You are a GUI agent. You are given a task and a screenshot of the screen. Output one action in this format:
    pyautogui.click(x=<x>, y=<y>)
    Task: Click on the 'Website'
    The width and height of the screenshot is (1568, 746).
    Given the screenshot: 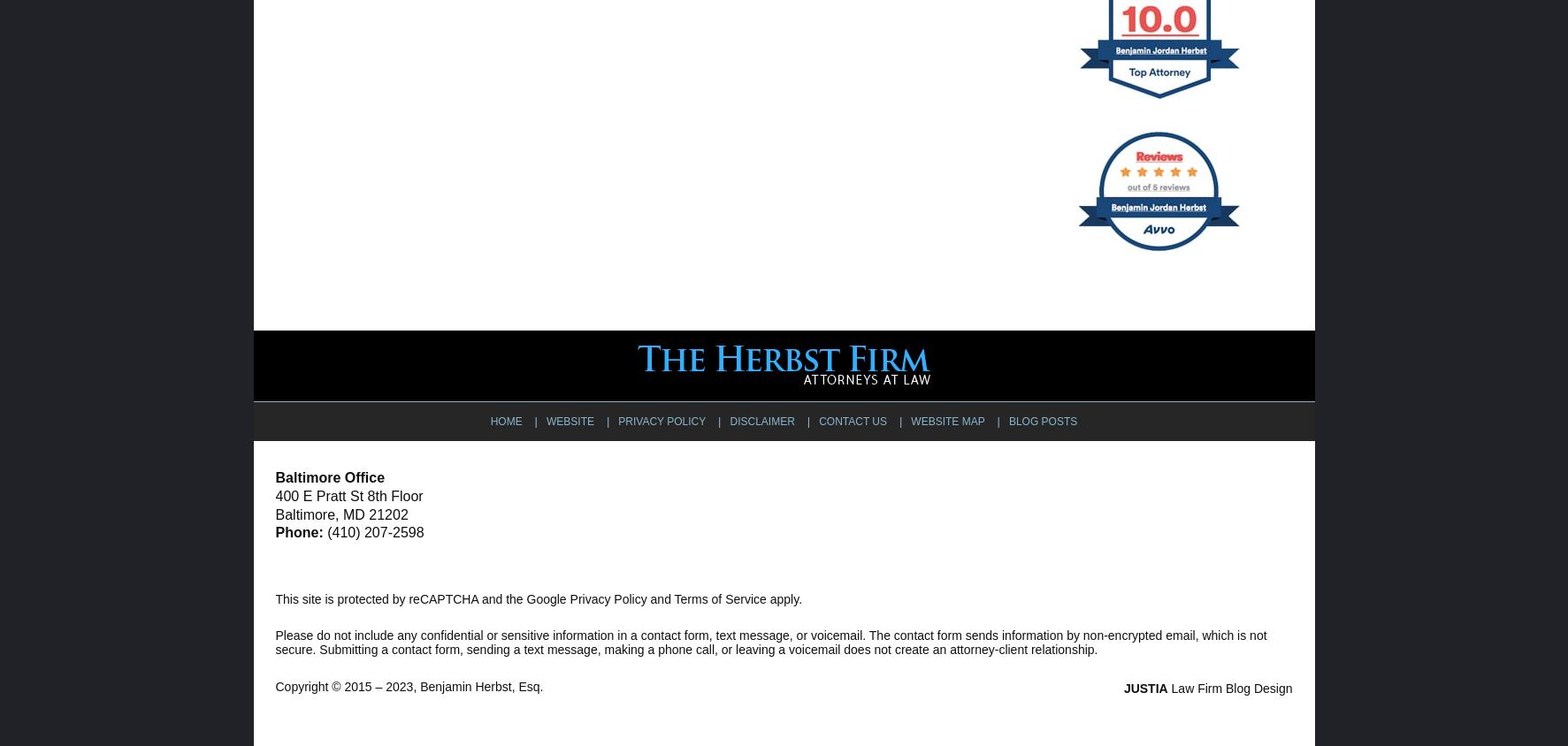 What is the action you would take?
    pyautogui.click(x=545, y=420)
    